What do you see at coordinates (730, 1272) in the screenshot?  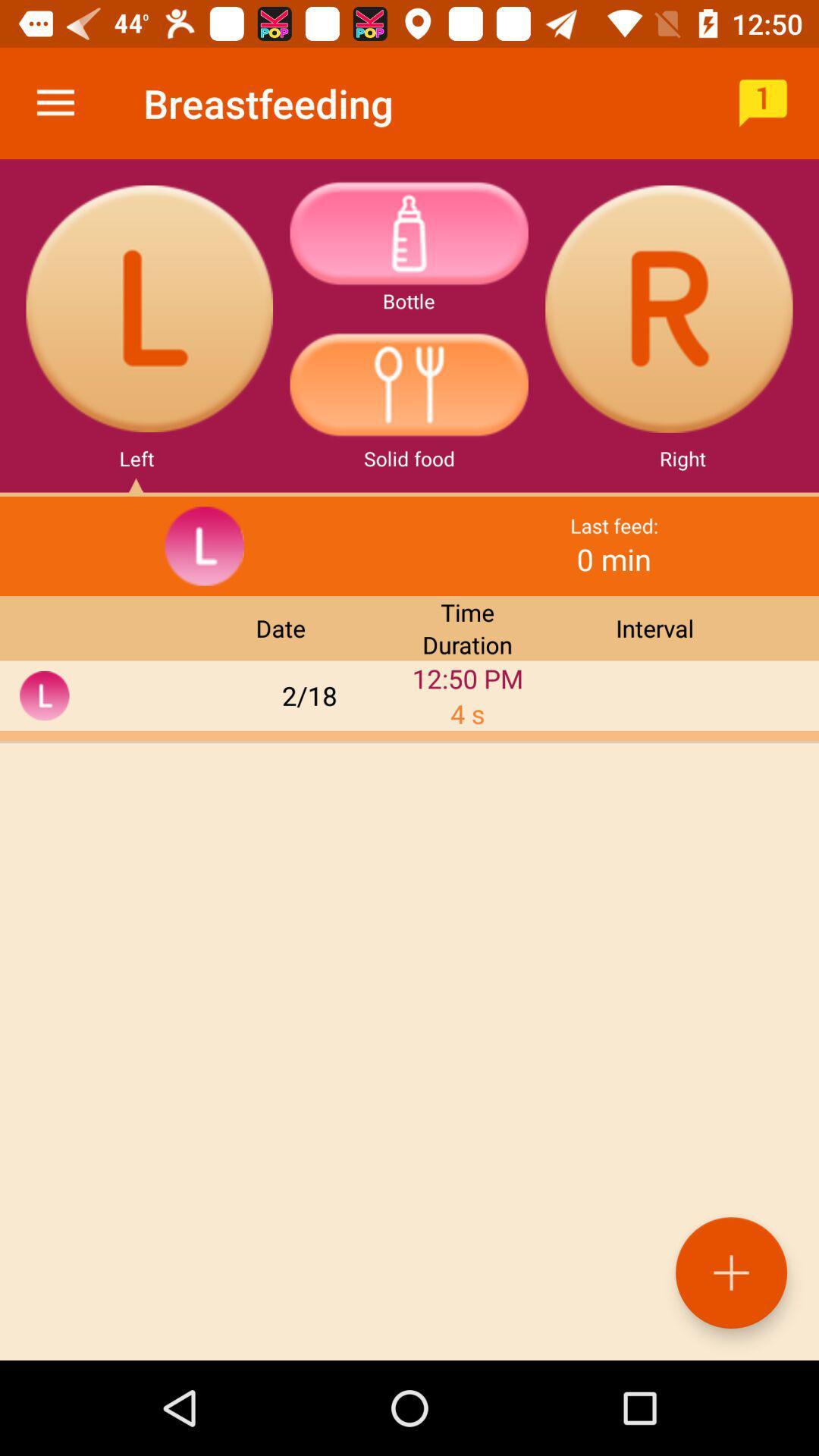 I see `the add icon` at bounding box center [730, 1272].